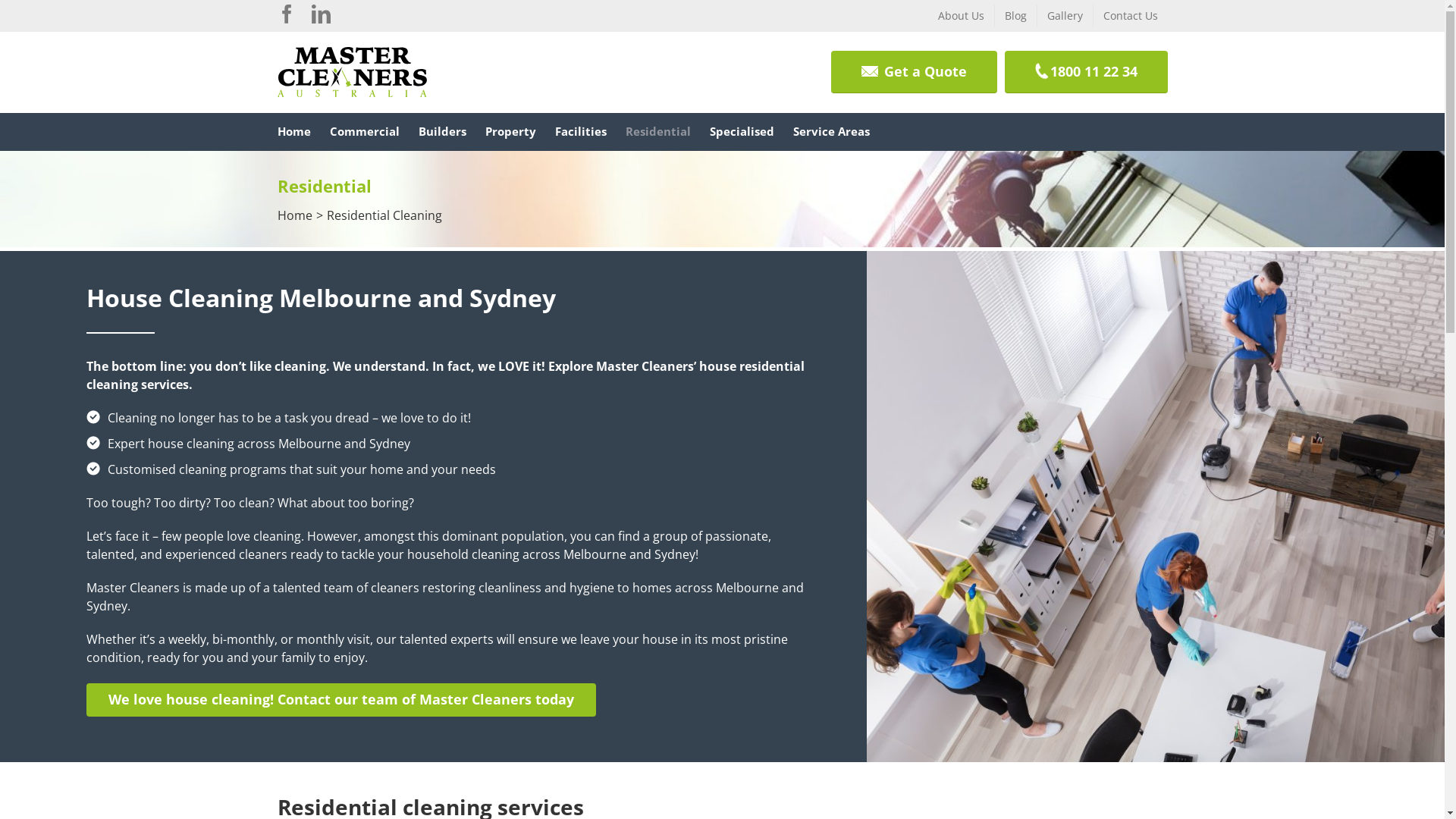 The height and width of the screenshot is (819, 1456). I want to click on 'Service Areas', so click(830, 130).